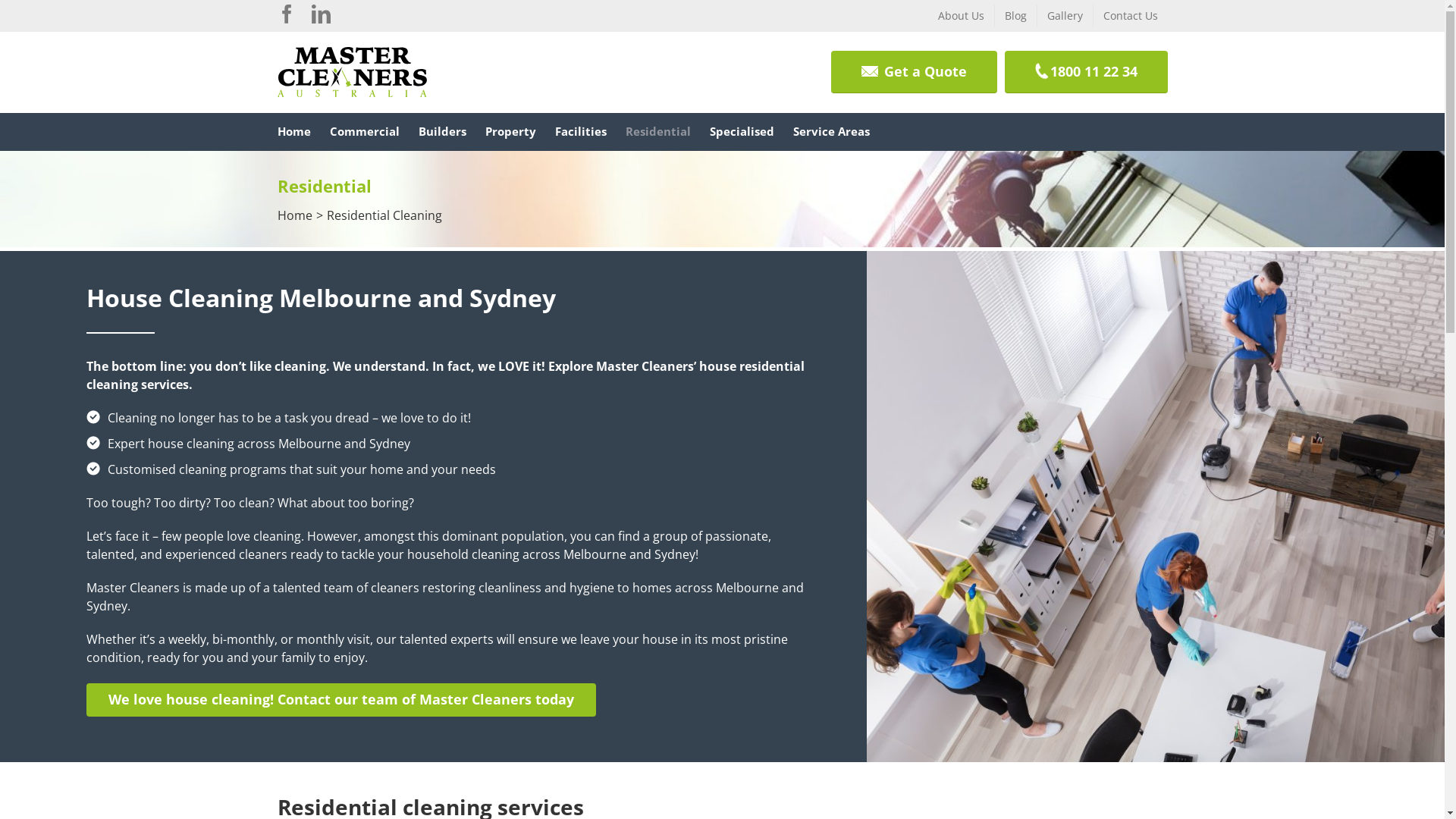 The height and width of the screenshot is (819, 1456). I want to click on 'Service Areas', so click(830, 130).